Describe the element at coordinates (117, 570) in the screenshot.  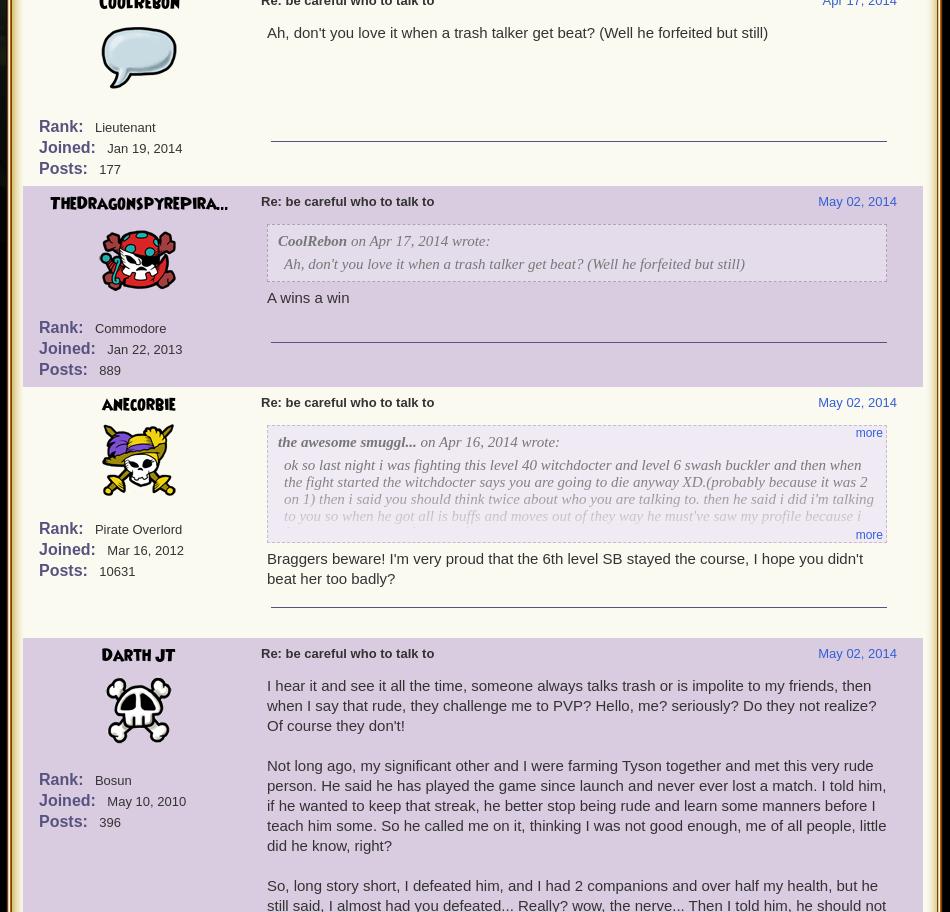
I see `'10631'` at that location.